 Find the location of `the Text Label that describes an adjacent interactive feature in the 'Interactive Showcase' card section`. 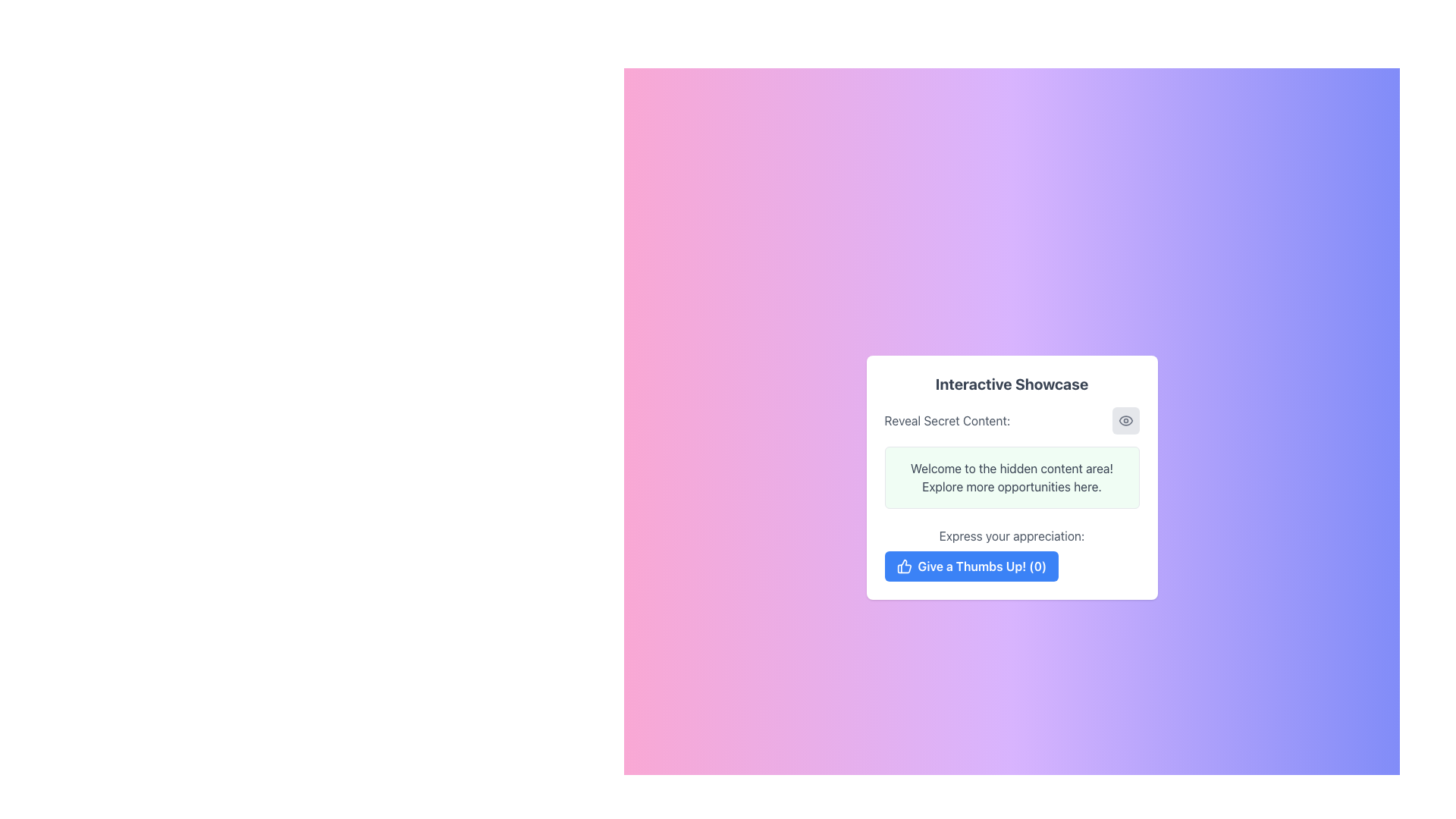

the Text Label that describes an adjacent interactive feature in the 'Interactive Showcase' card section is located at coordinates (946, 421).